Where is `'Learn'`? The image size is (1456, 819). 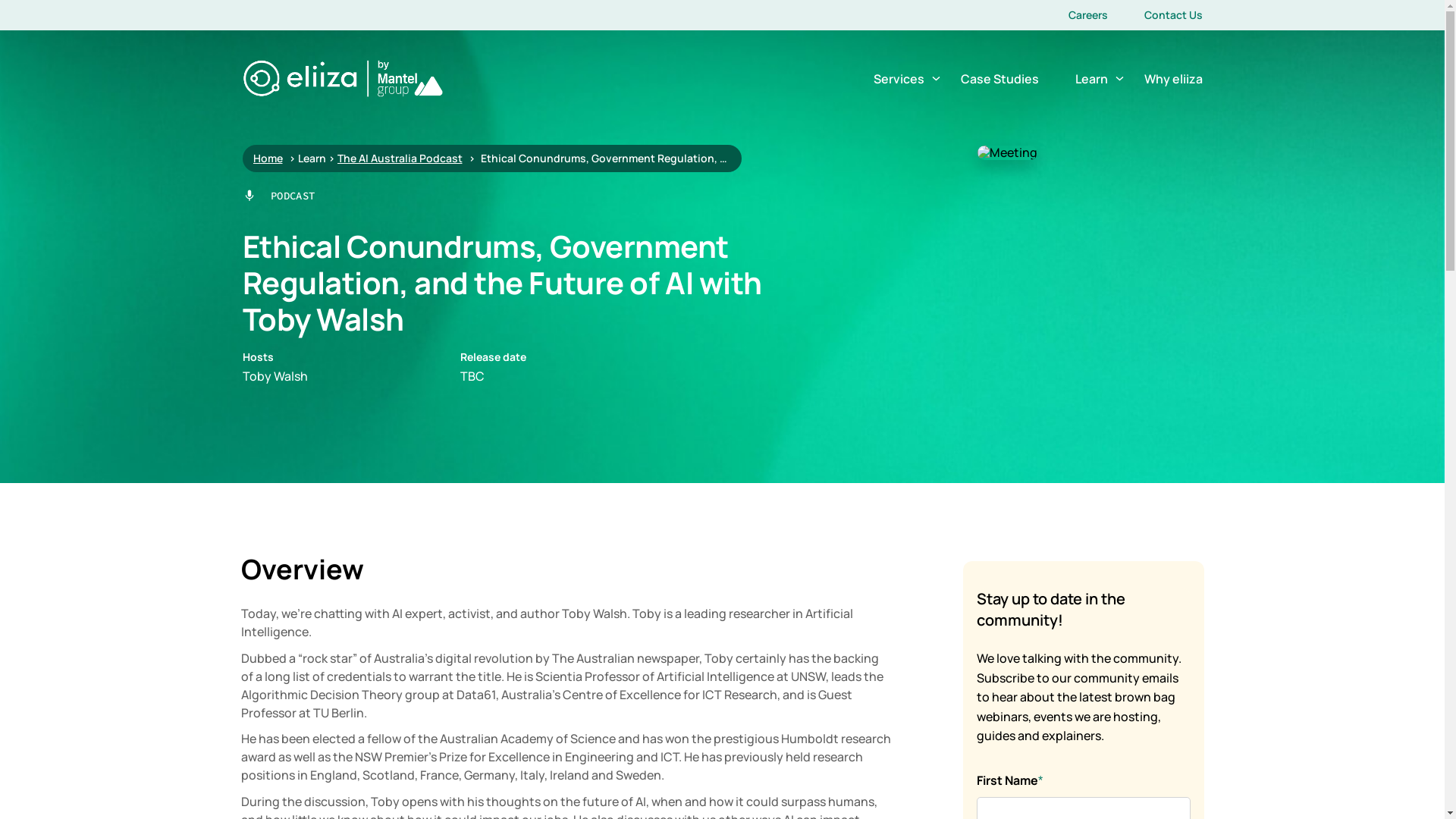 'Learn' is located at coordinates (1090, 79).